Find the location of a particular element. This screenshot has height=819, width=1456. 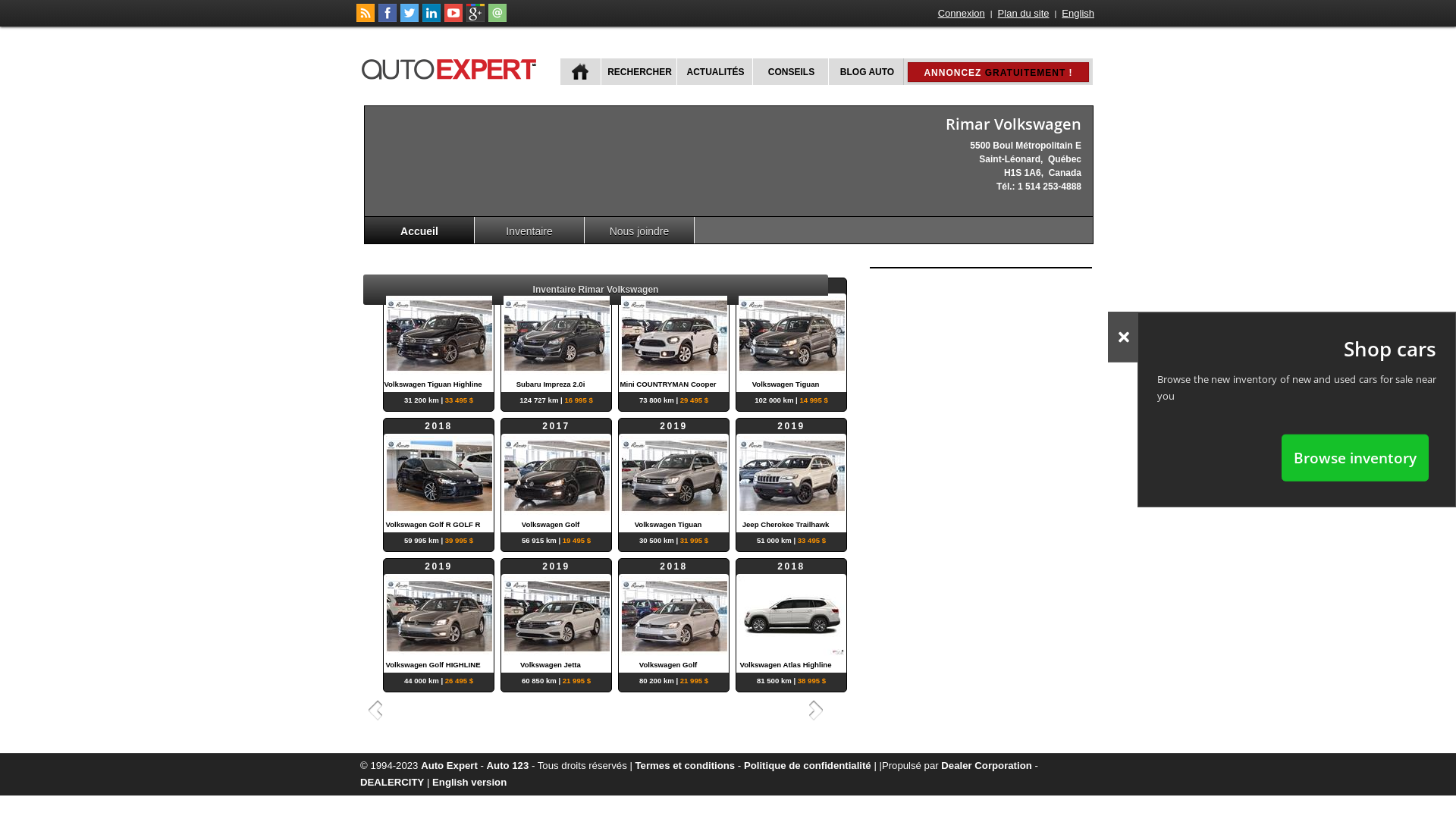

'Termes et conditions' is located at coordinates (684, 765).